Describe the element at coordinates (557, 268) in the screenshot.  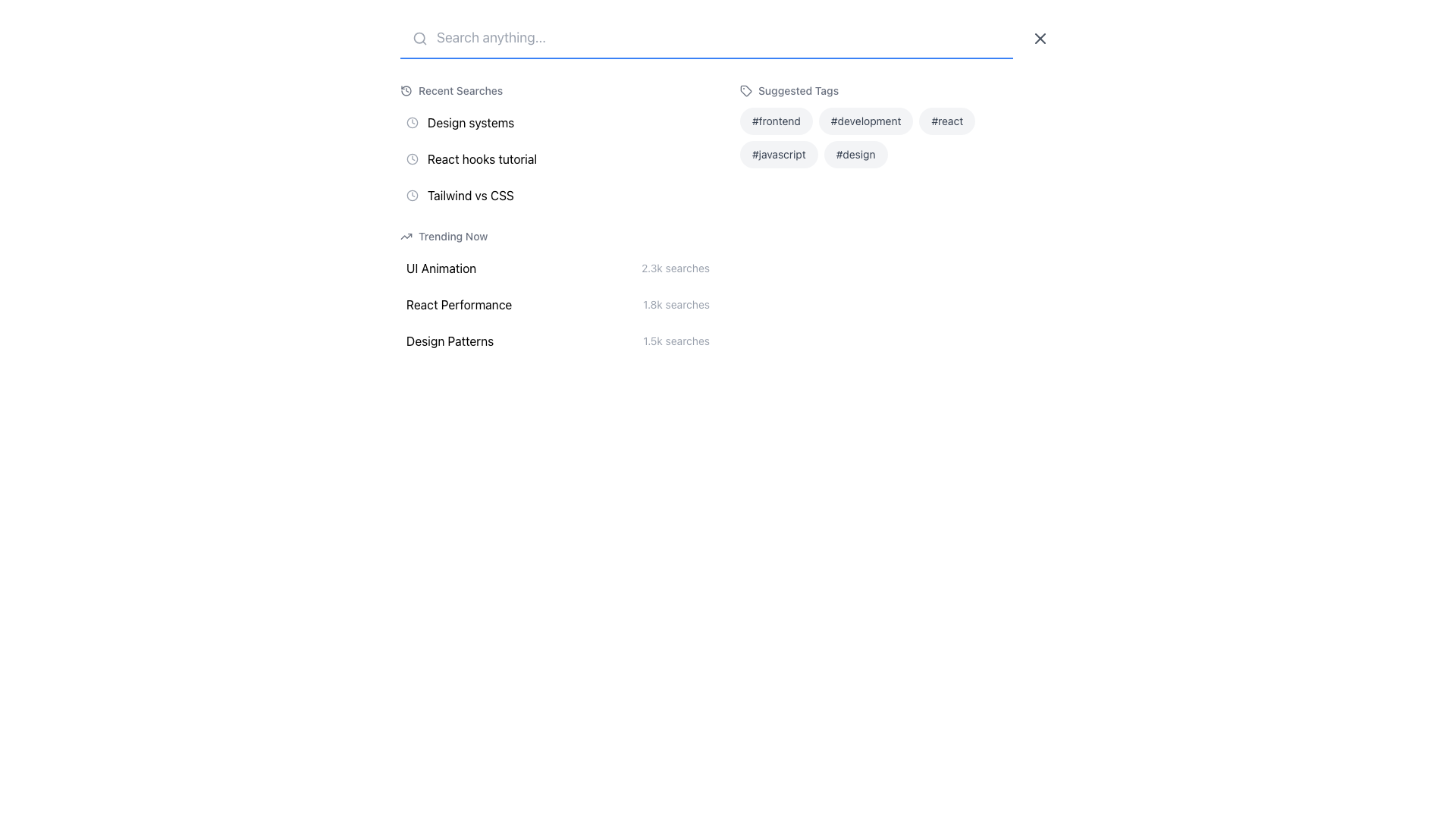
I see `the 'UI Animation' button in the 'Trending Now' section` at that location.